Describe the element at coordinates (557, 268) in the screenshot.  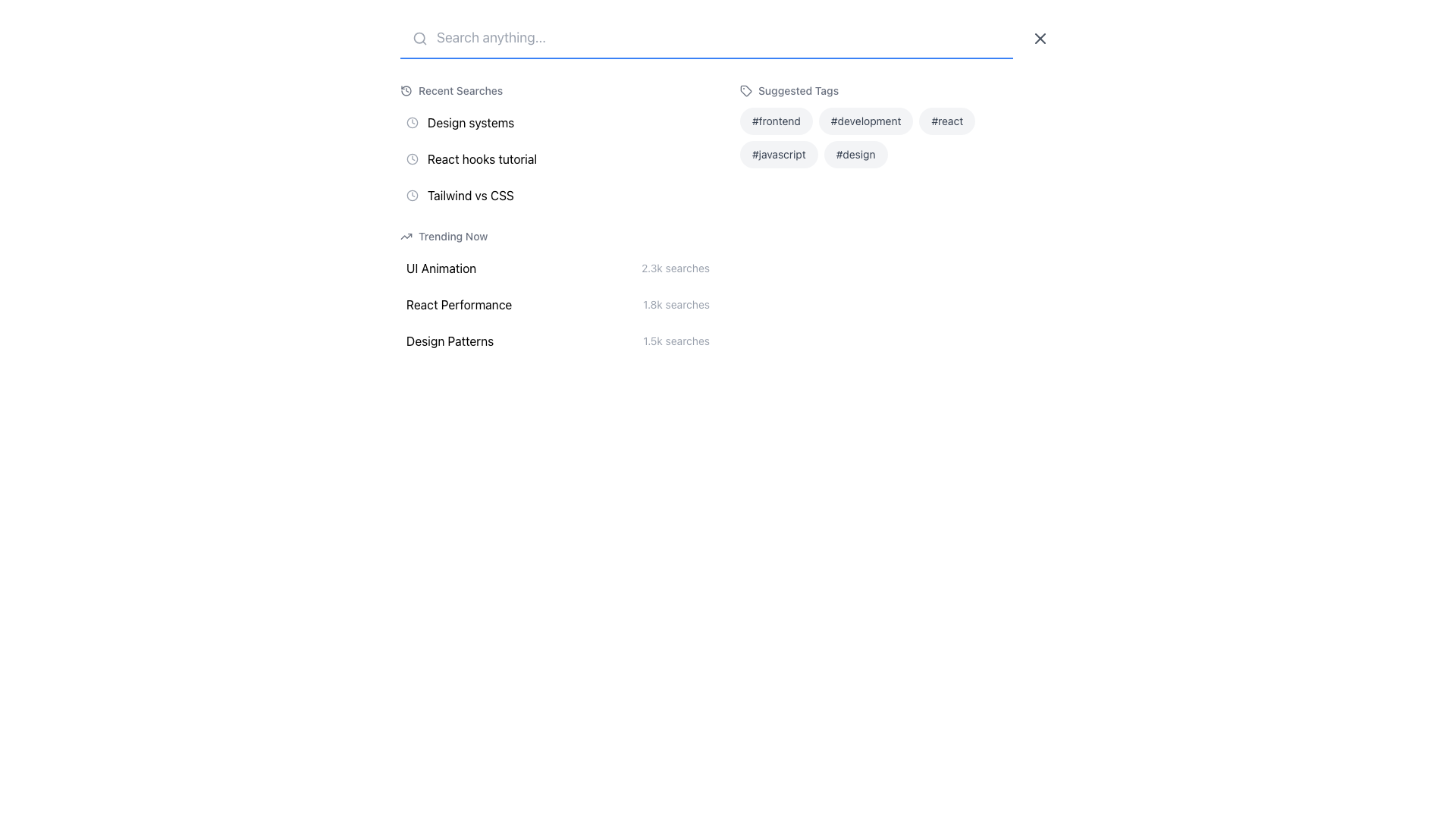
I see `the 'UI Animation' button in the 'Trending Now' section` at that location.